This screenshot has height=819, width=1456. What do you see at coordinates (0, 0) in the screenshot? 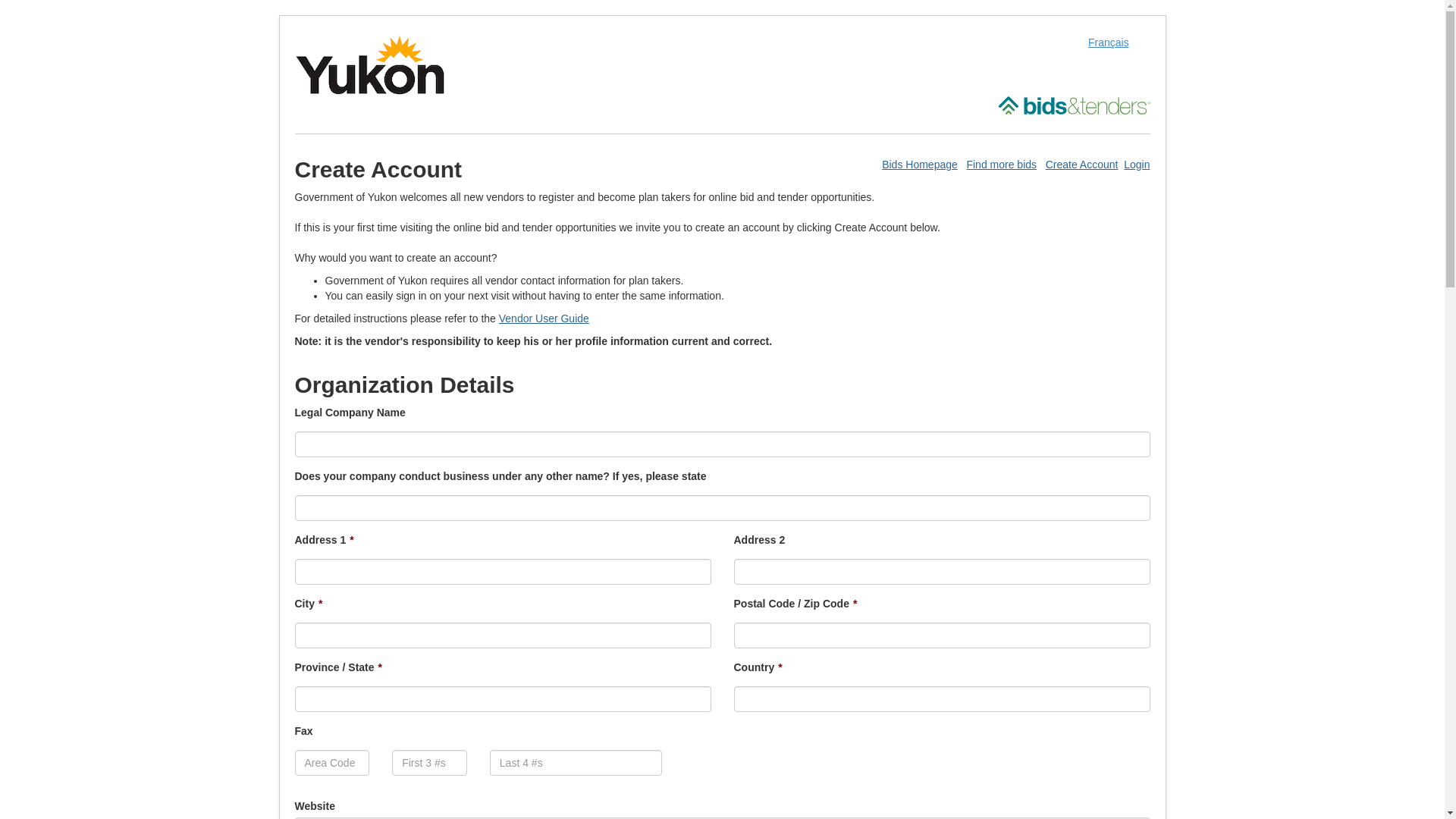
I see `'Skip to Content (Press Enter)'` at bounding box center [0, 0].